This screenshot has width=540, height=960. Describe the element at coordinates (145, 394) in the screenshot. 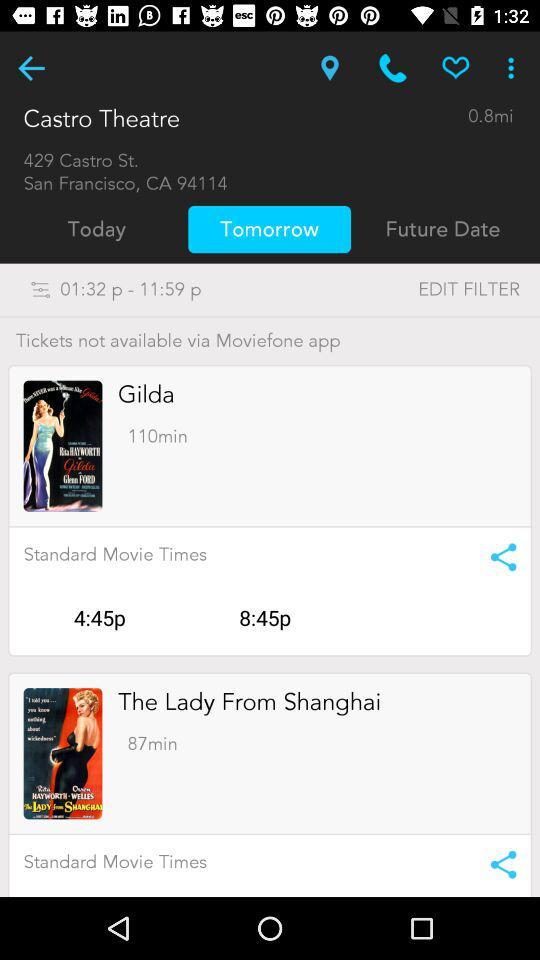

I see `the item above 110min item` at that location.